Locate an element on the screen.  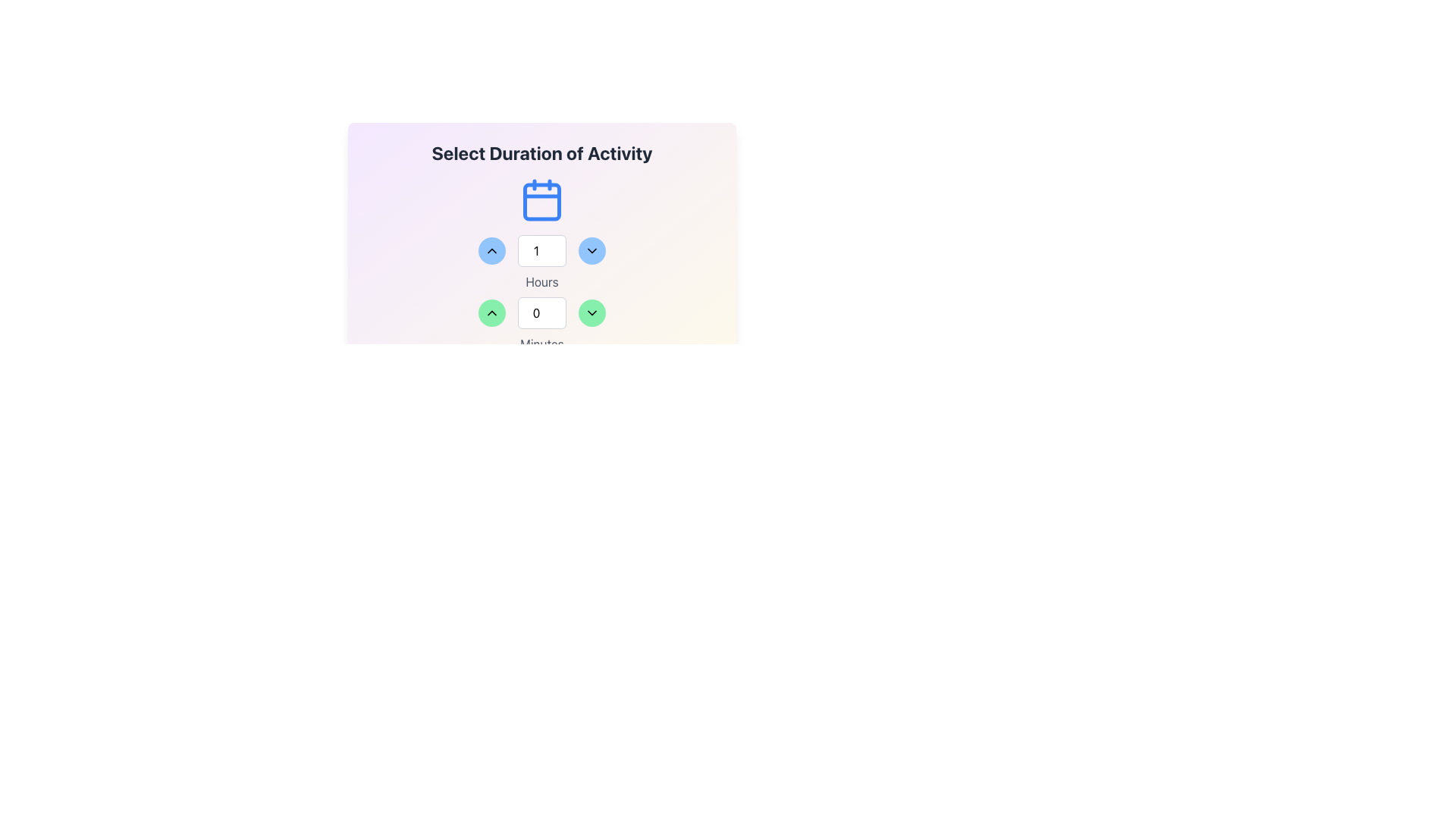
the decorative blue calendar icon located at the top center of the layout, directly beneath the title 'Select Duration of Activity' is located at coordinates (542, 199).